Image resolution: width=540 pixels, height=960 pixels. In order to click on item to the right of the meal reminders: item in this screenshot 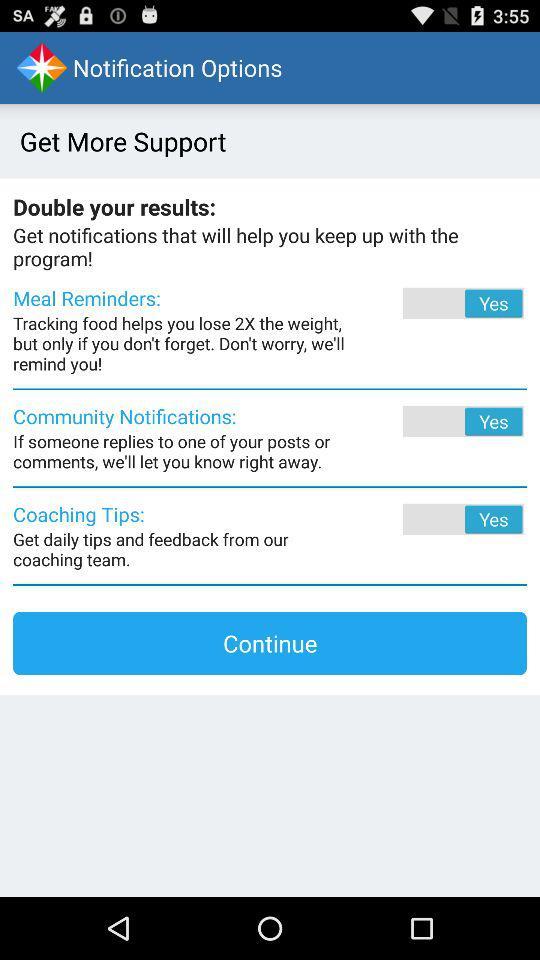, I will do `click(435, 303)`.